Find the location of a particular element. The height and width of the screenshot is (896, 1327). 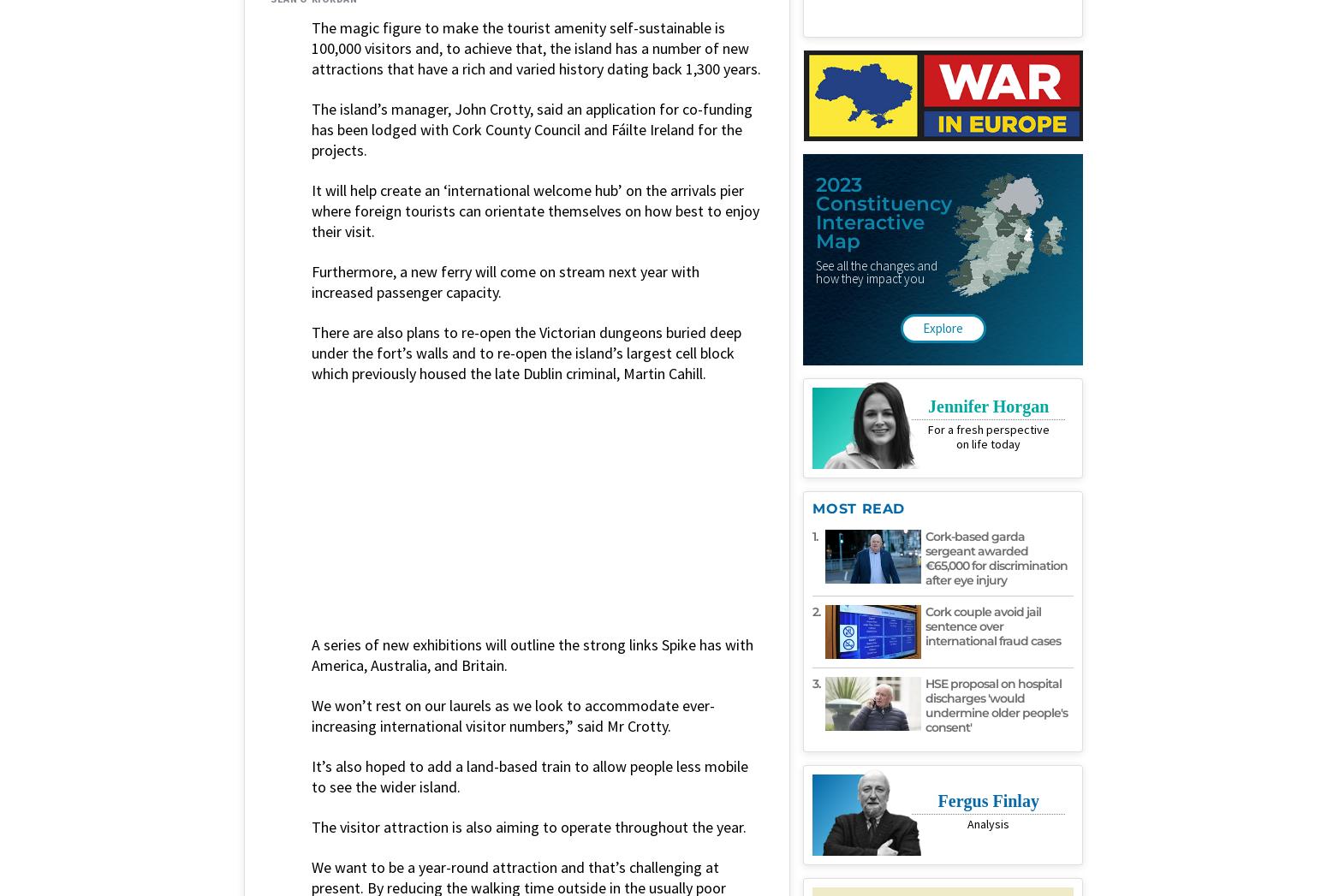

'Place: Dublin' is located at coordinates (566, 233).